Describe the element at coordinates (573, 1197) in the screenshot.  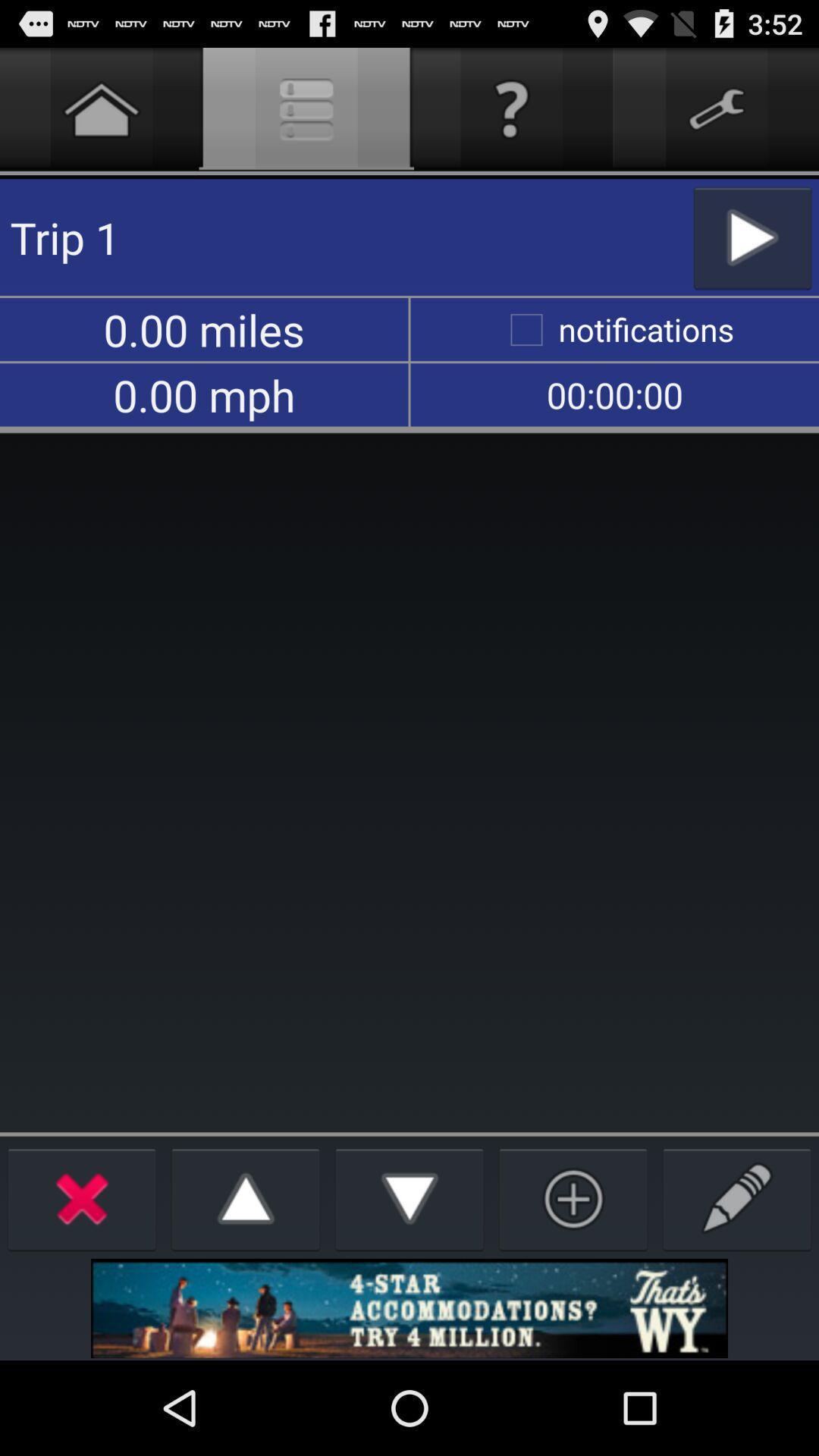
I see `new trip` at that location.